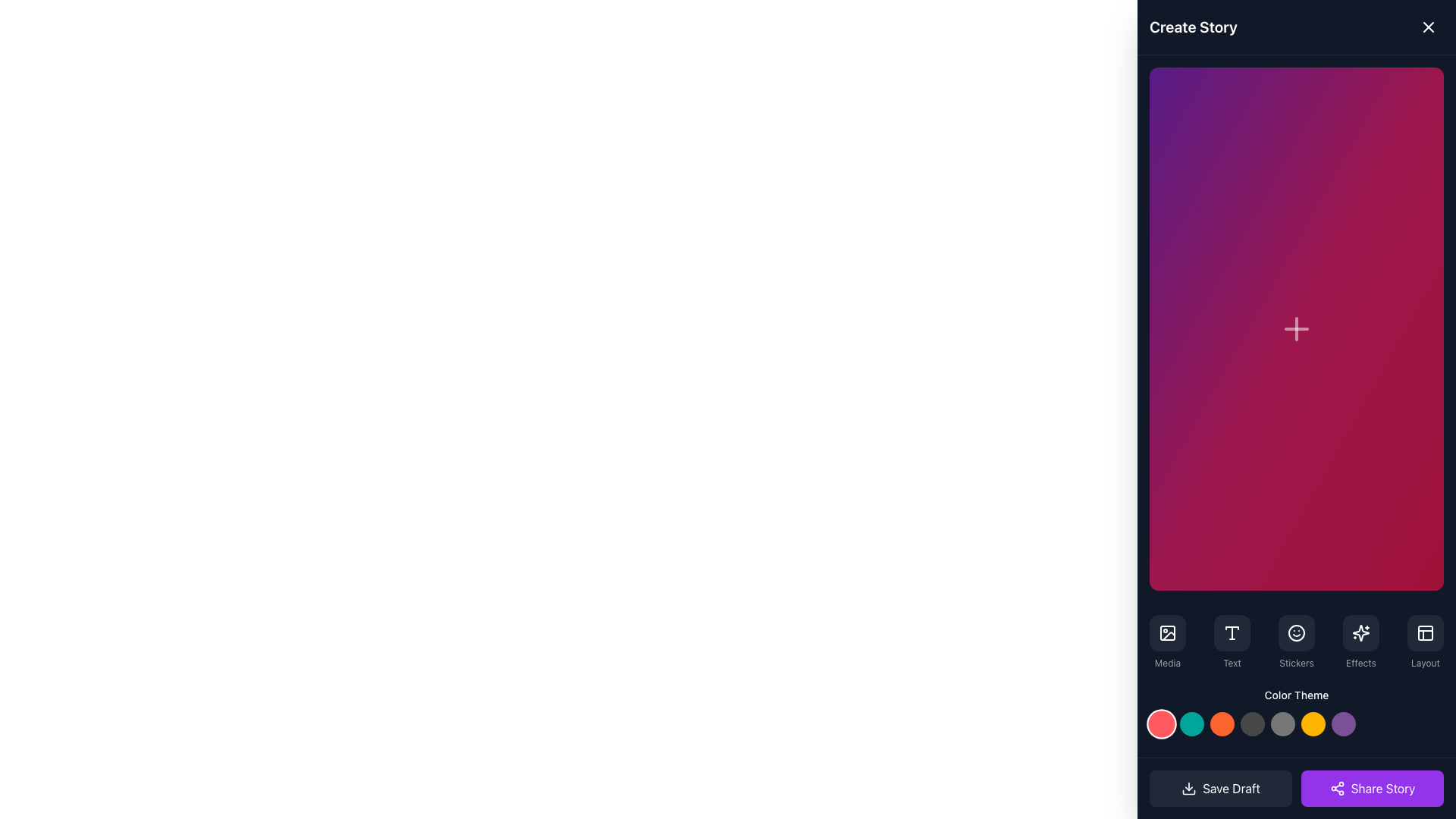  I want to click on the 'Stickers' button in the horizontal menu bar located near the bottom of the interface, so click(1295, 641).